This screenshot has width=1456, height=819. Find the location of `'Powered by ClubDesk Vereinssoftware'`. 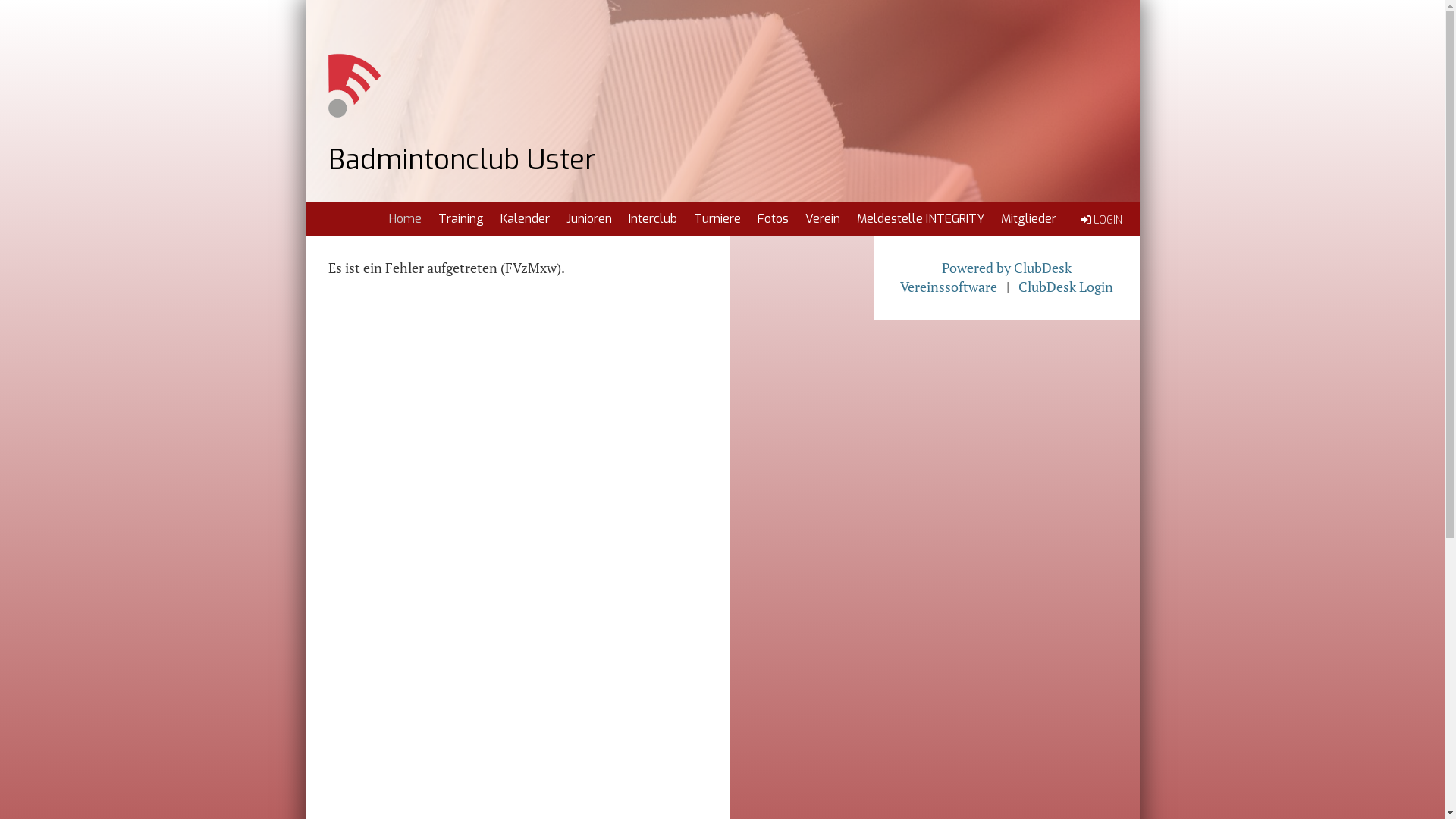

'Powered by ClubDesk Vereinssoftware' is located at coordinates (986, 277).